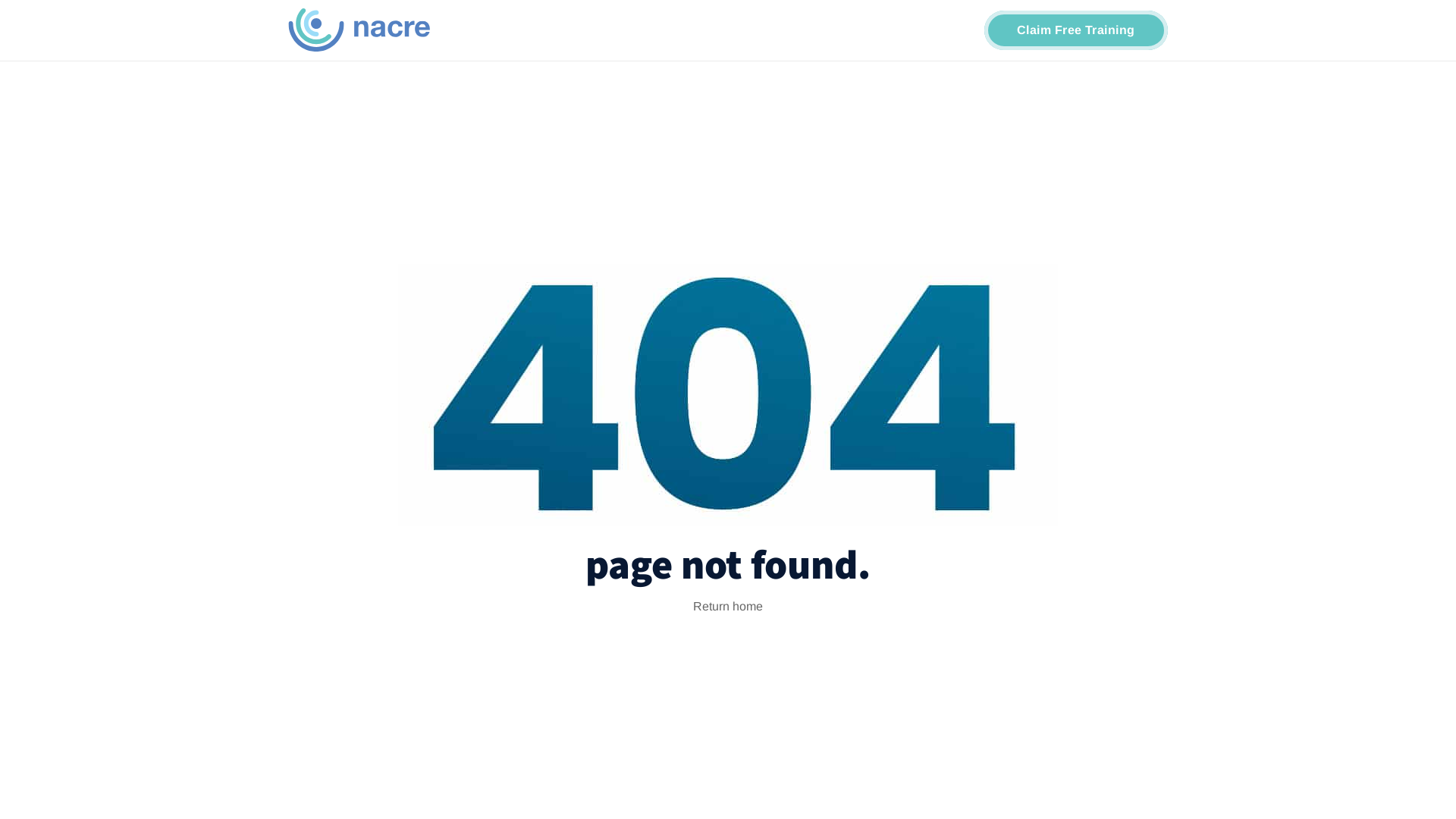  What do you see at coordinates (728, 605) in the screenshot?
I see `'Return home'` at bounding box center [728, 605].